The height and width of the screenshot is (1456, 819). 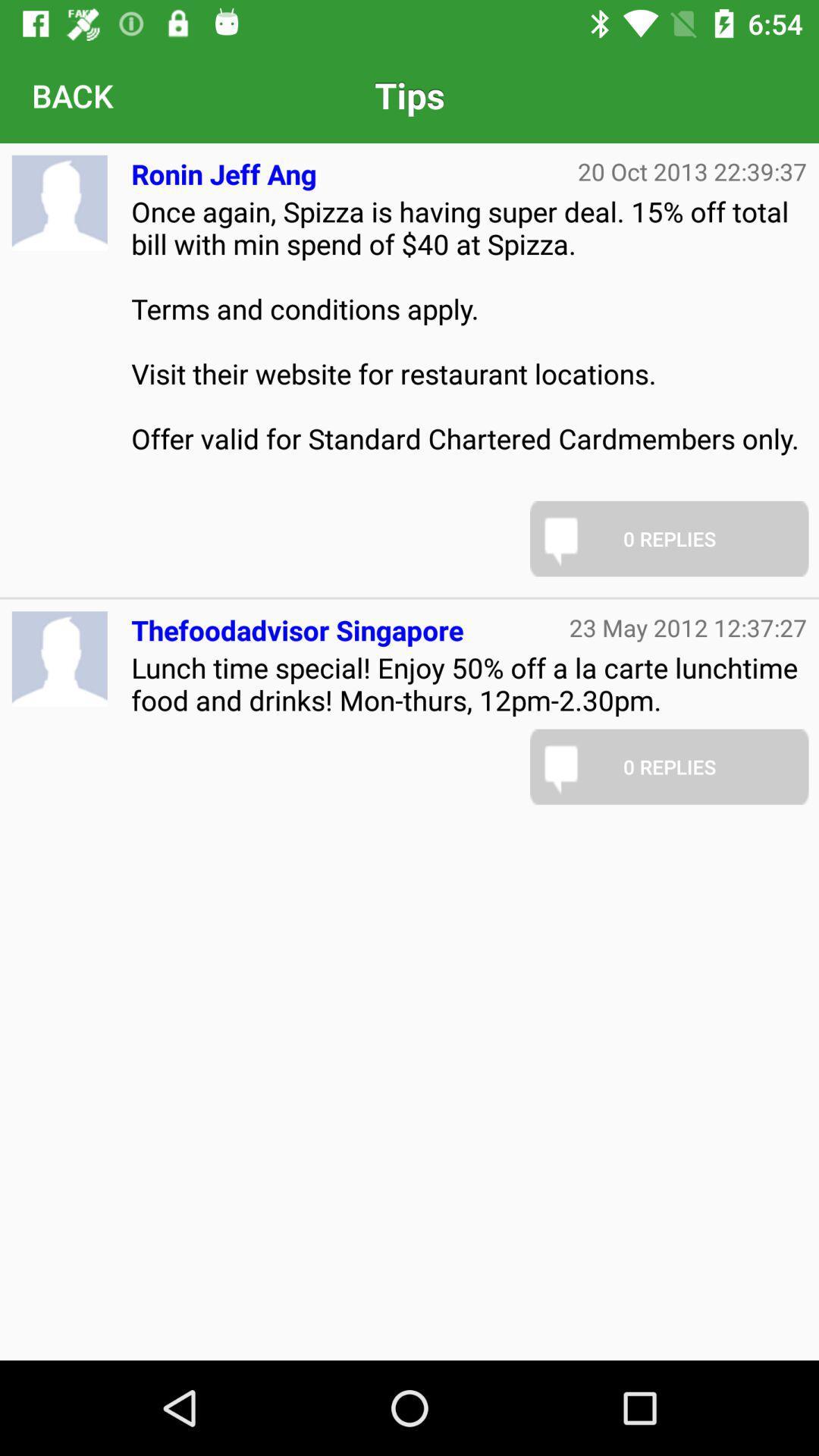 What do you see at coordinates (468, 682) in the screenshot?
I see `lunch time special` at bounding box center [468, 682].